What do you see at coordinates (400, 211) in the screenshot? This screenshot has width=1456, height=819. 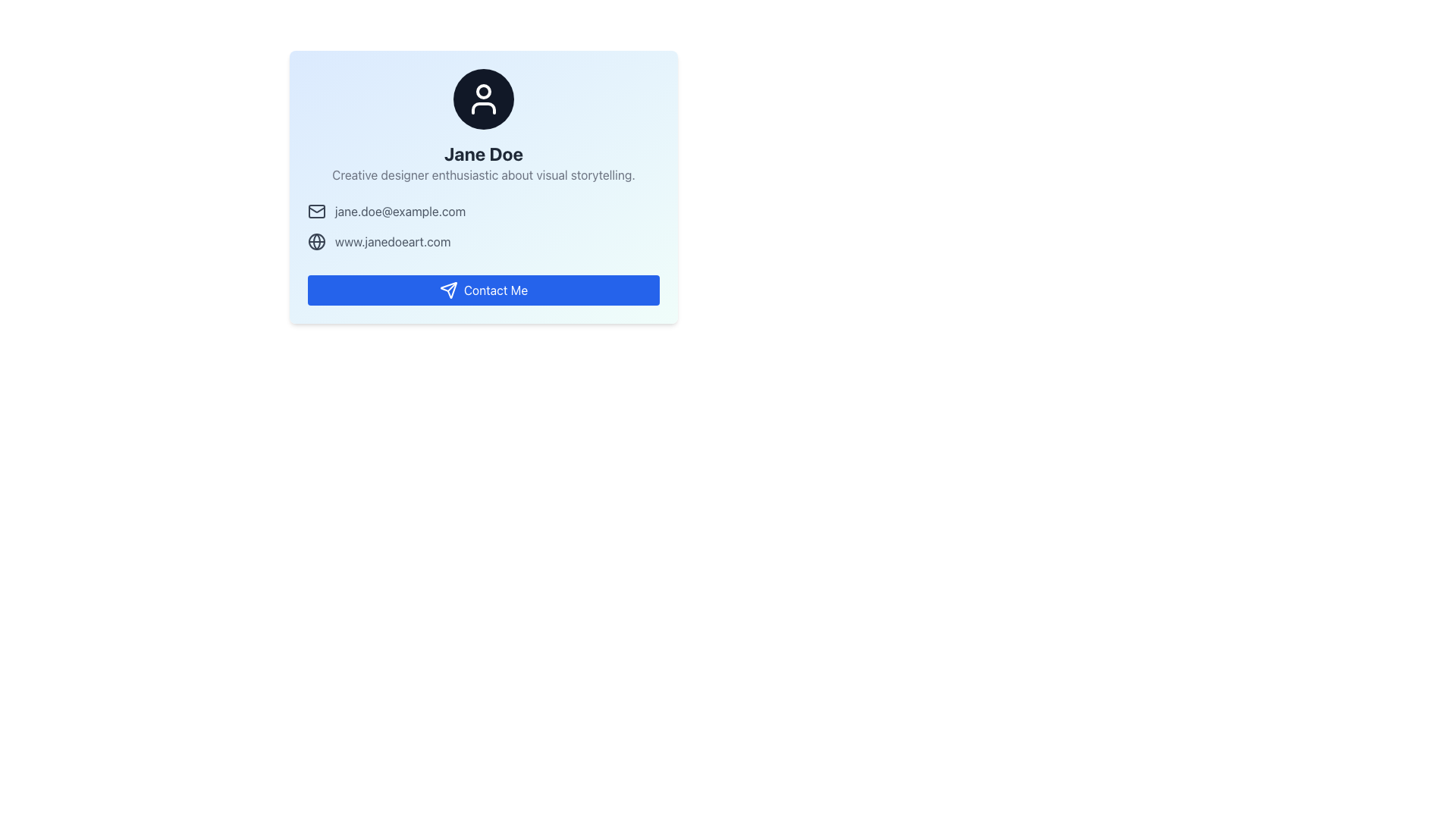 I see `the email address text display that shows the user's profile email, located below the user's name and profile description, and positioned as the second element in the group with the email icon` at bounding box center [400, 211].